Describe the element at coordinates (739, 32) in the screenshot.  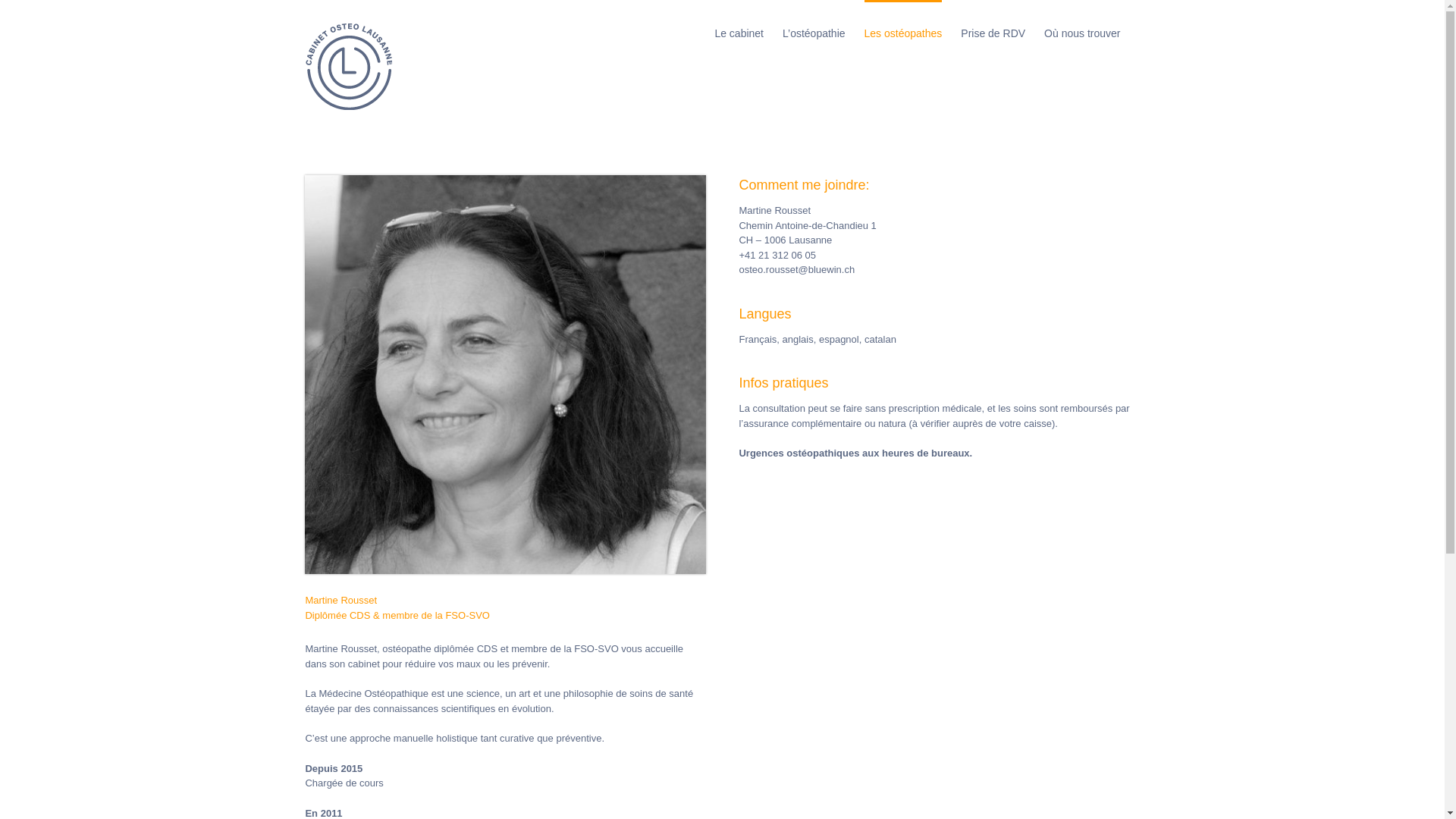
I see `'Le cabinet'` at that location.